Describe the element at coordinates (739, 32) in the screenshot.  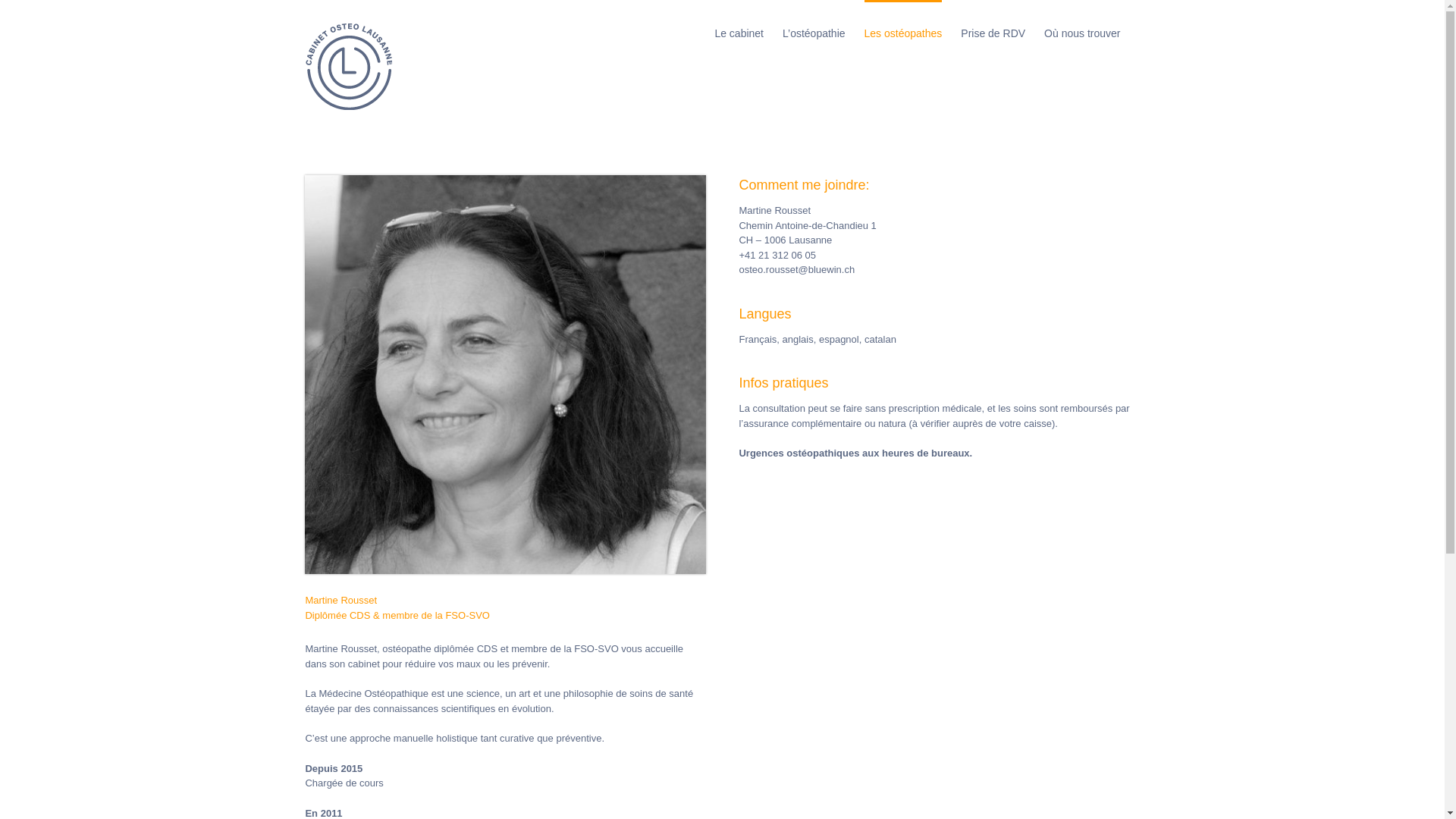
I see `'Le cabinet'` at that location.